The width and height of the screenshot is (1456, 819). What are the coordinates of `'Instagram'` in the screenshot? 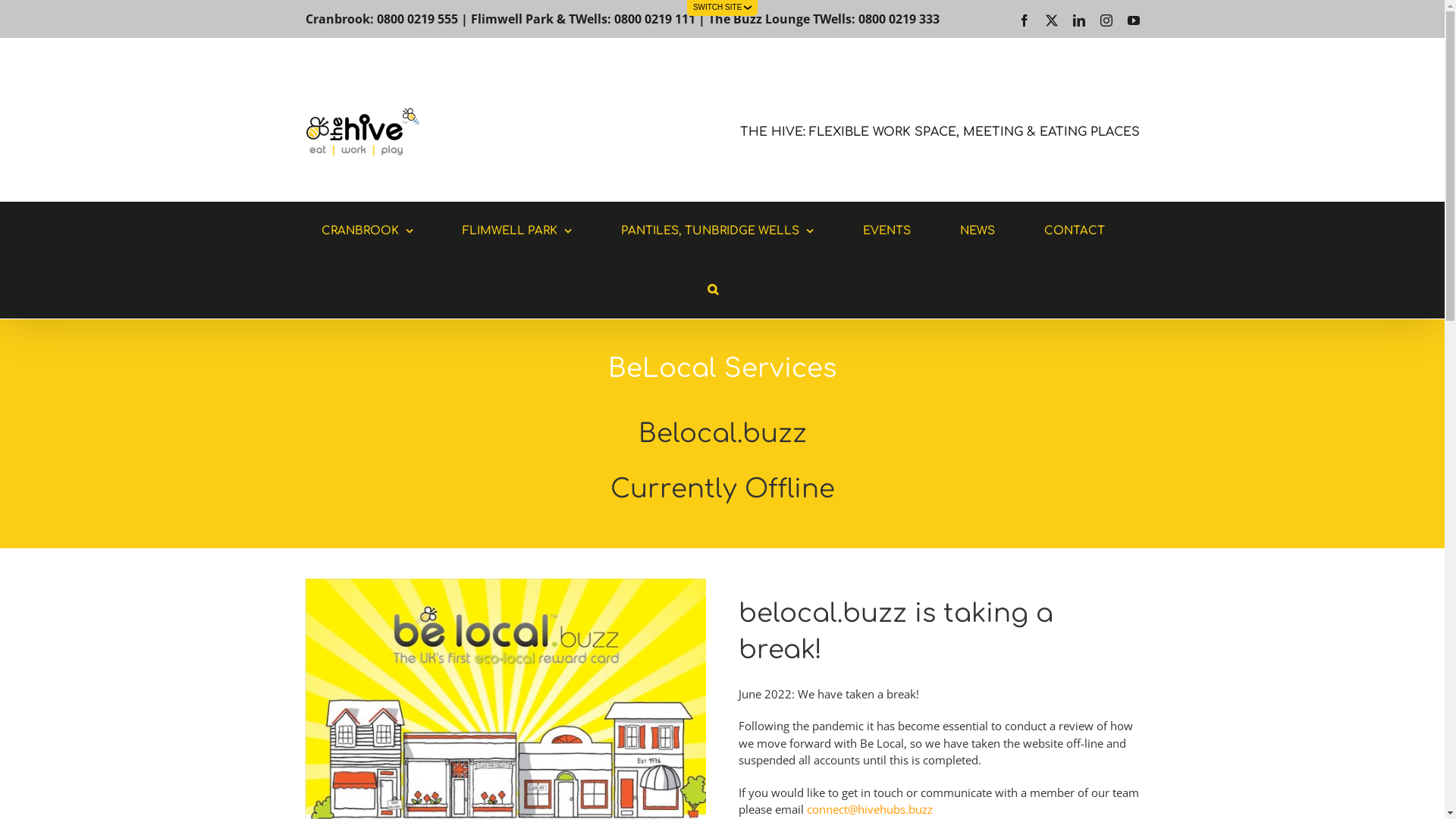 It's located at (1106, 20).